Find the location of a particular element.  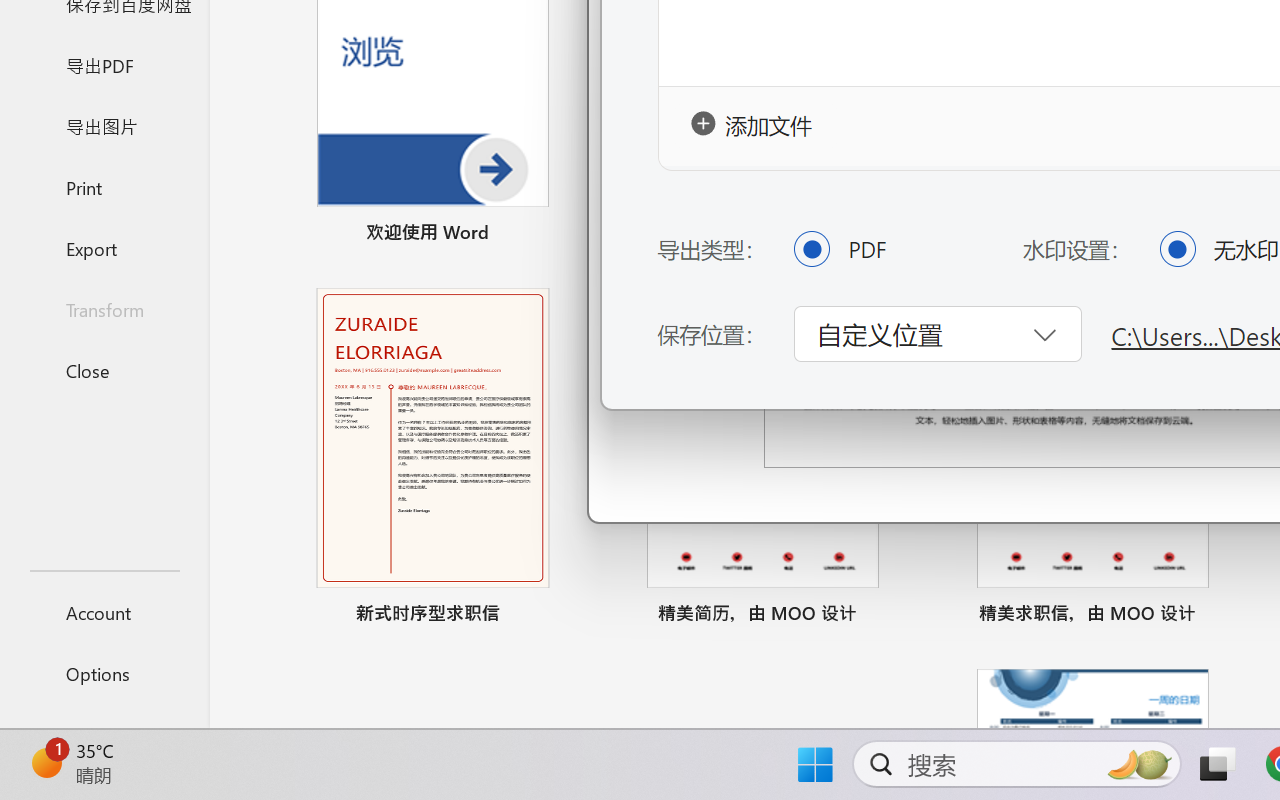

'Account' is located at coordinates (103, 612).